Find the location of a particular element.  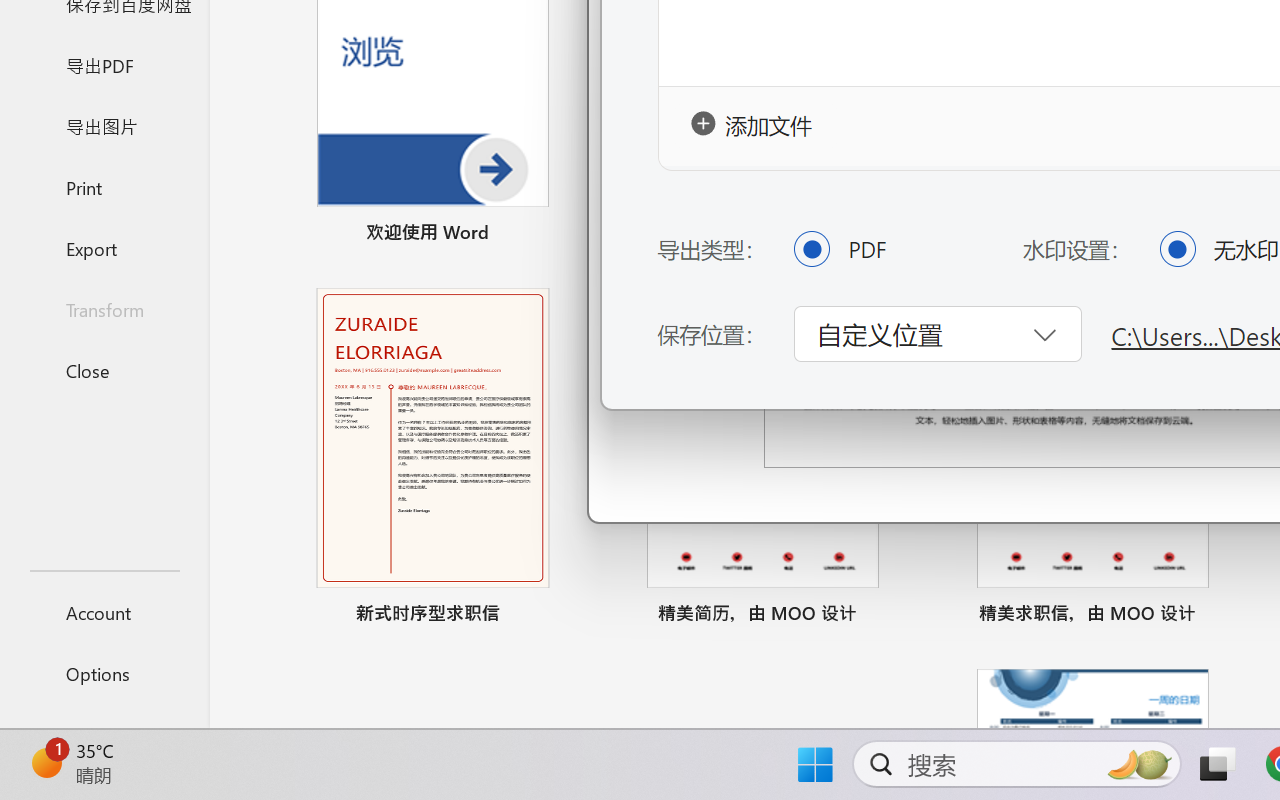

'Account' is located at coordinates (103, 612).